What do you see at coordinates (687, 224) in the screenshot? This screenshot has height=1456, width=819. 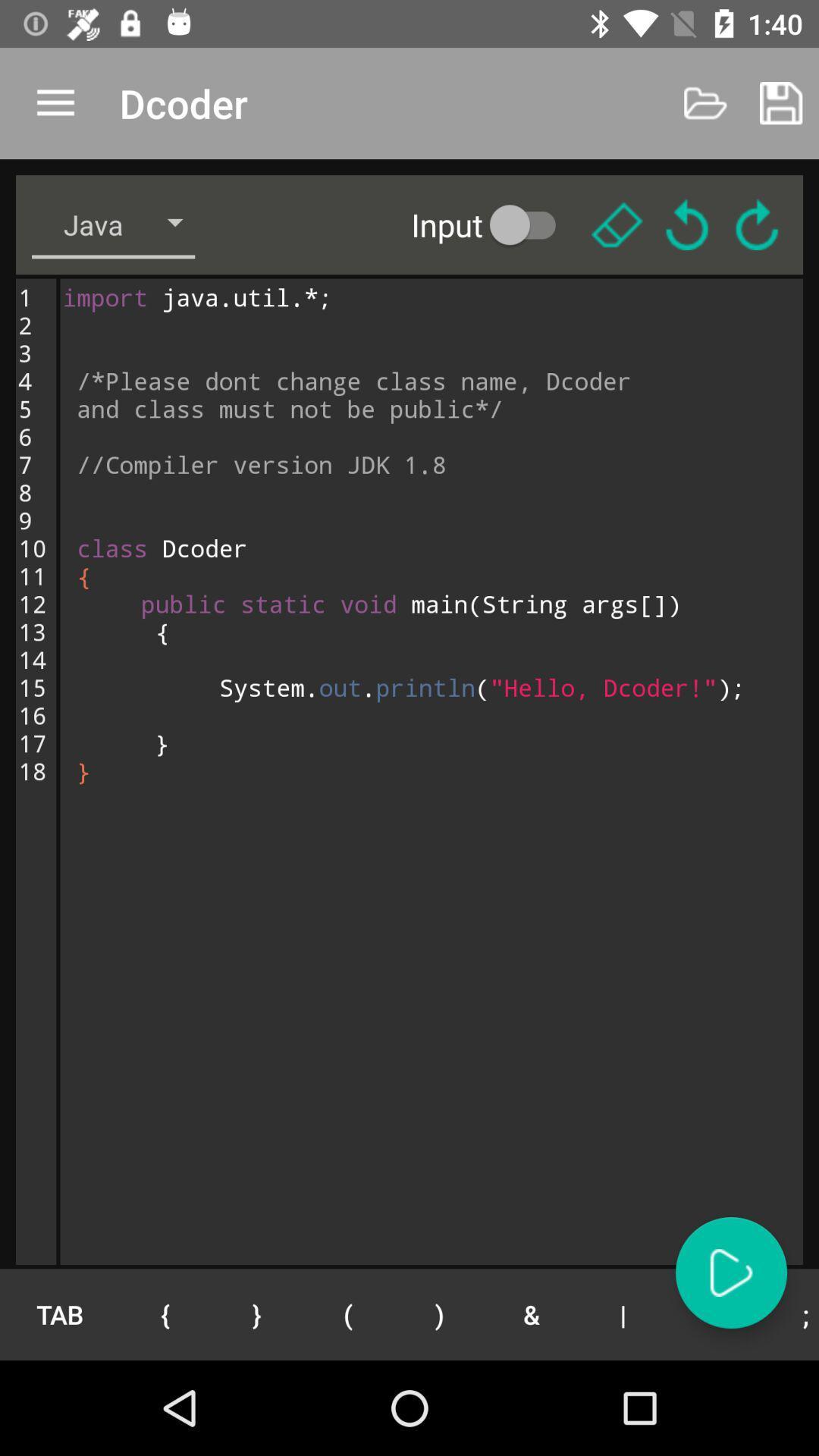 I see `undo` at bounding box center [687, 224].